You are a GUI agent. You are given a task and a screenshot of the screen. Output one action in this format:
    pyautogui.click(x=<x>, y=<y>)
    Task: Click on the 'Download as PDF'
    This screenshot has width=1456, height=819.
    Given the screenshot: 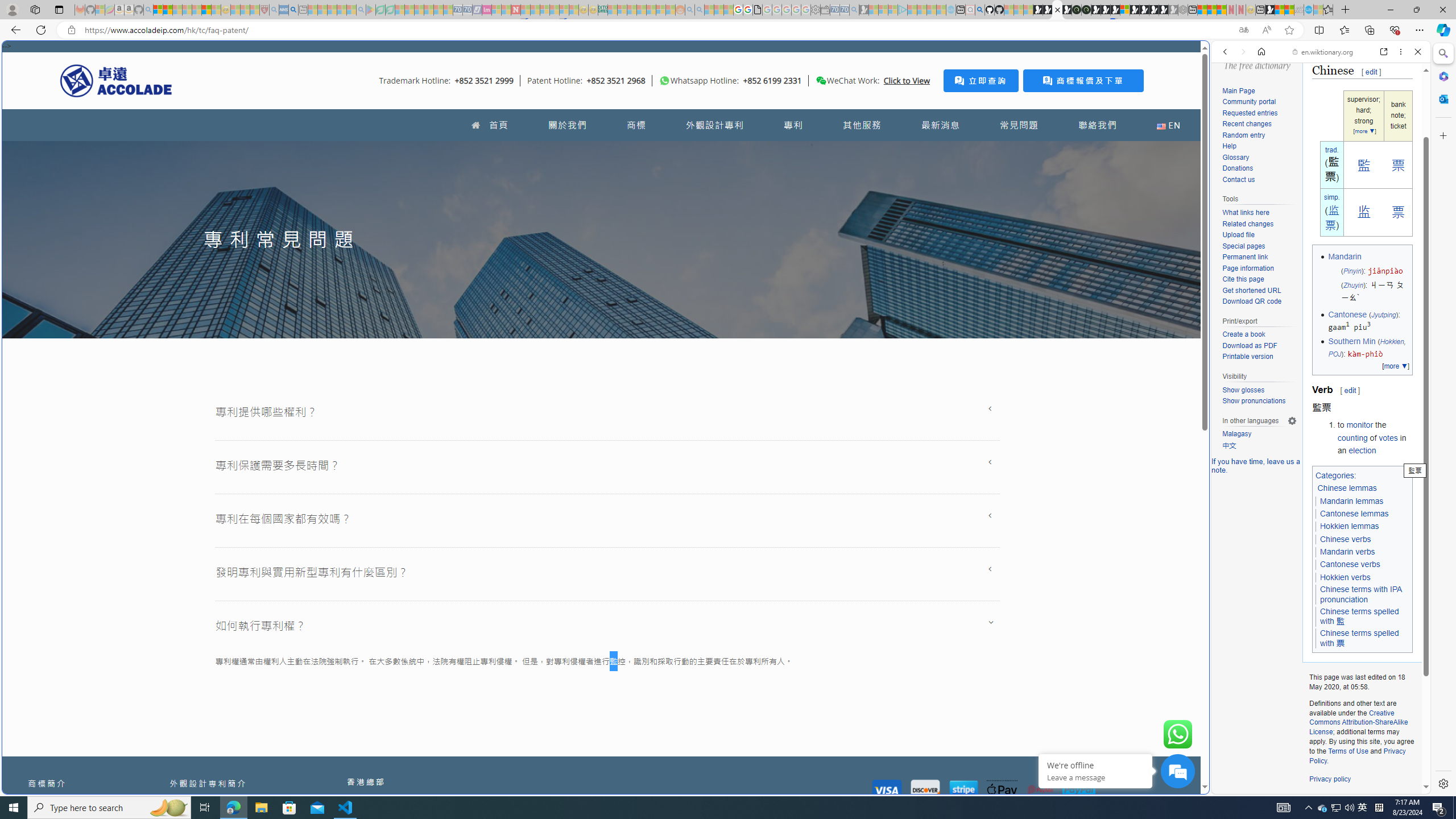 What is the action you would take?
    pyautogui.click(x=1249, y=345)
    